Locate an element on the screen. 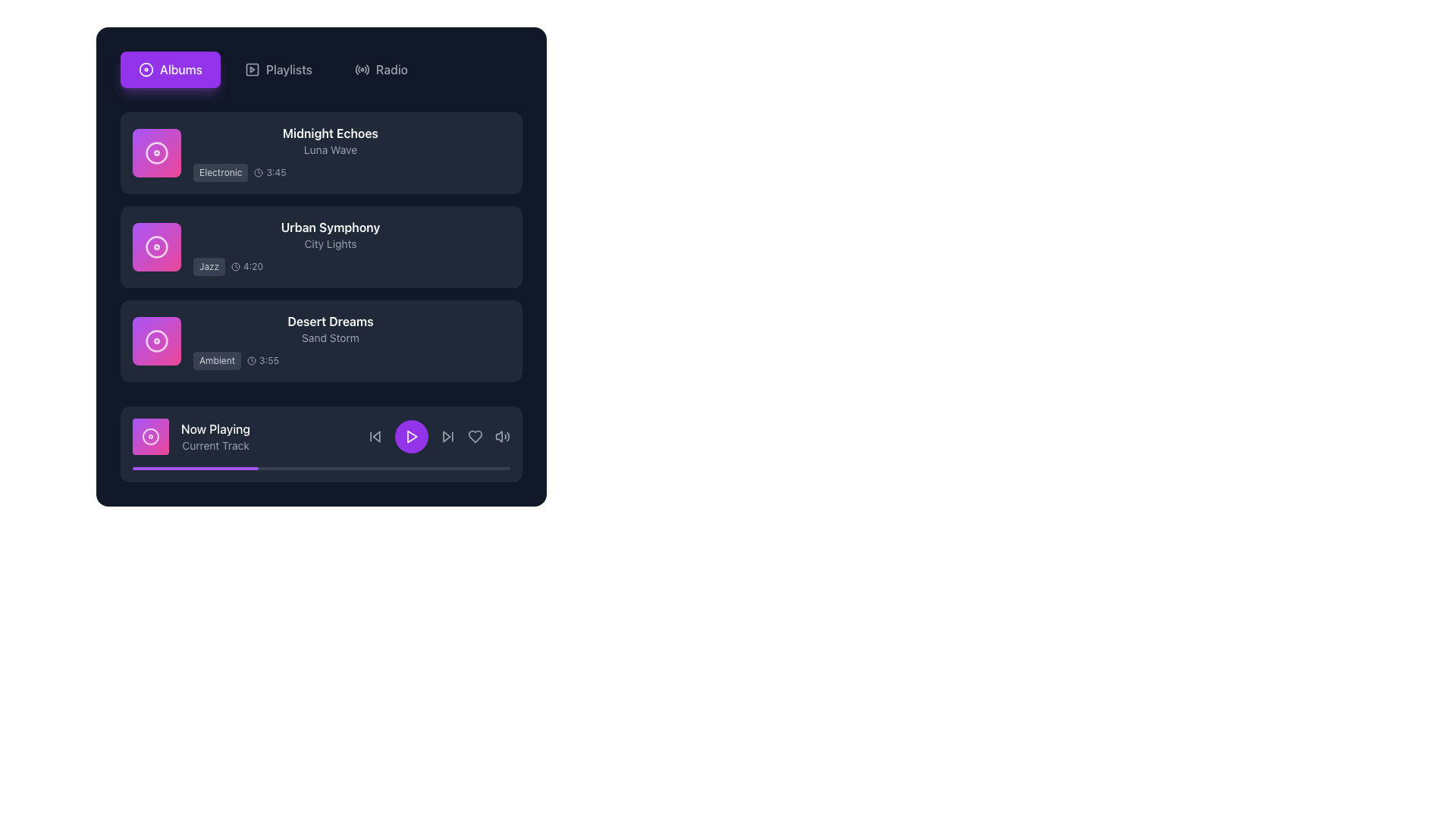 The width and height of the screenshot is (1456, 819). the circular gradient-filled icon that resembles a playback or music-related visual, located to the left of the text 'Now Playing' and 'Current Track' is located at coordinates (150, 436).